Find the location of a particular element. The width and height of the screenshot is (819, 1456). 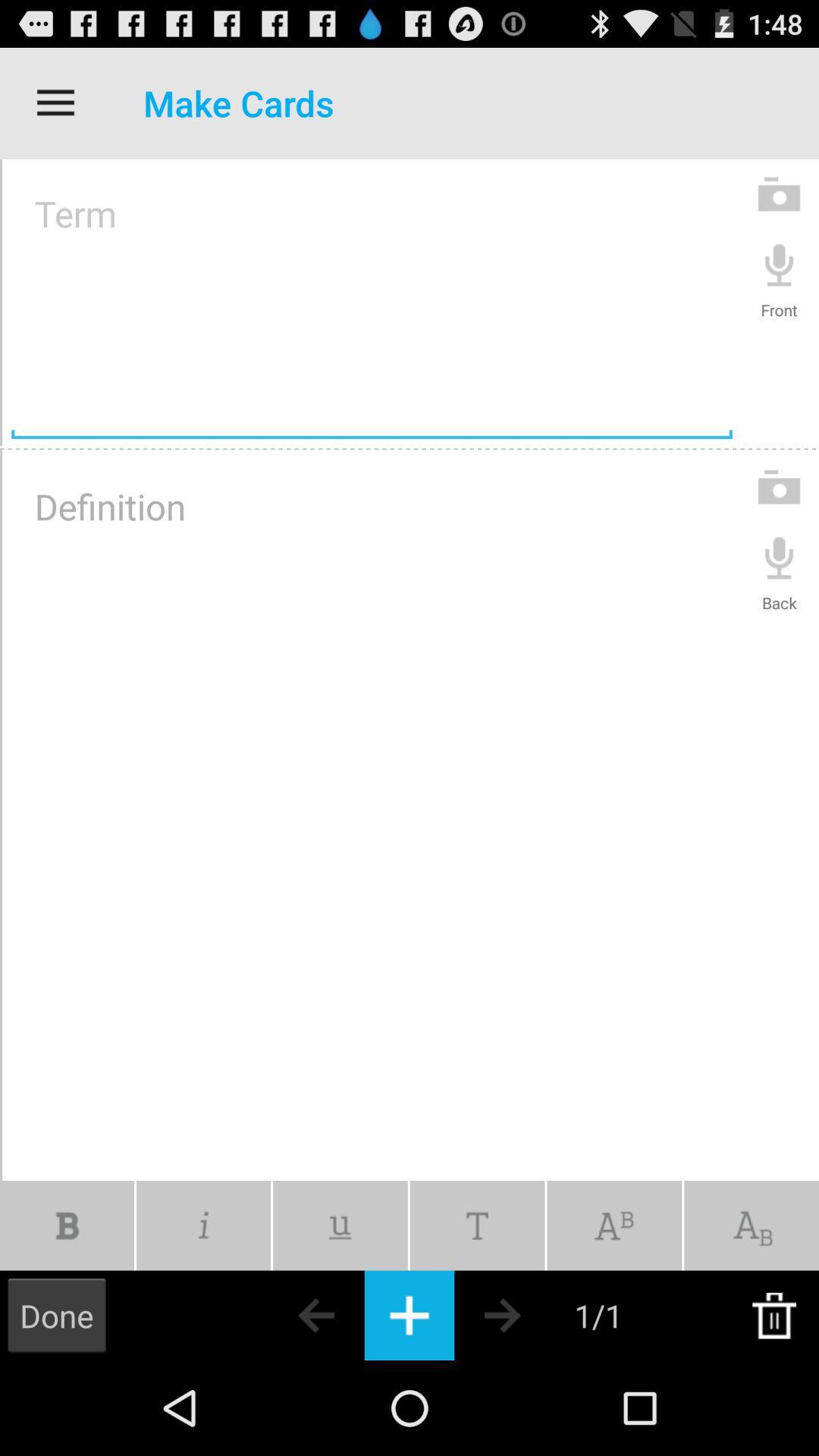

go forward is located at coordinates (529, 1314).